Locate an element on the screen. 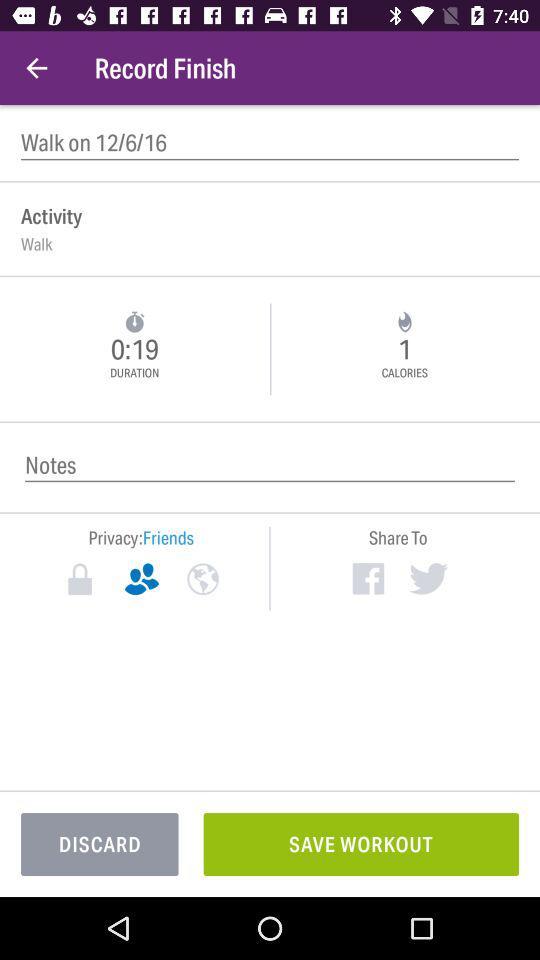 This screenshot has width=540, height=960. switch friends is located at coordinates (140, 579).